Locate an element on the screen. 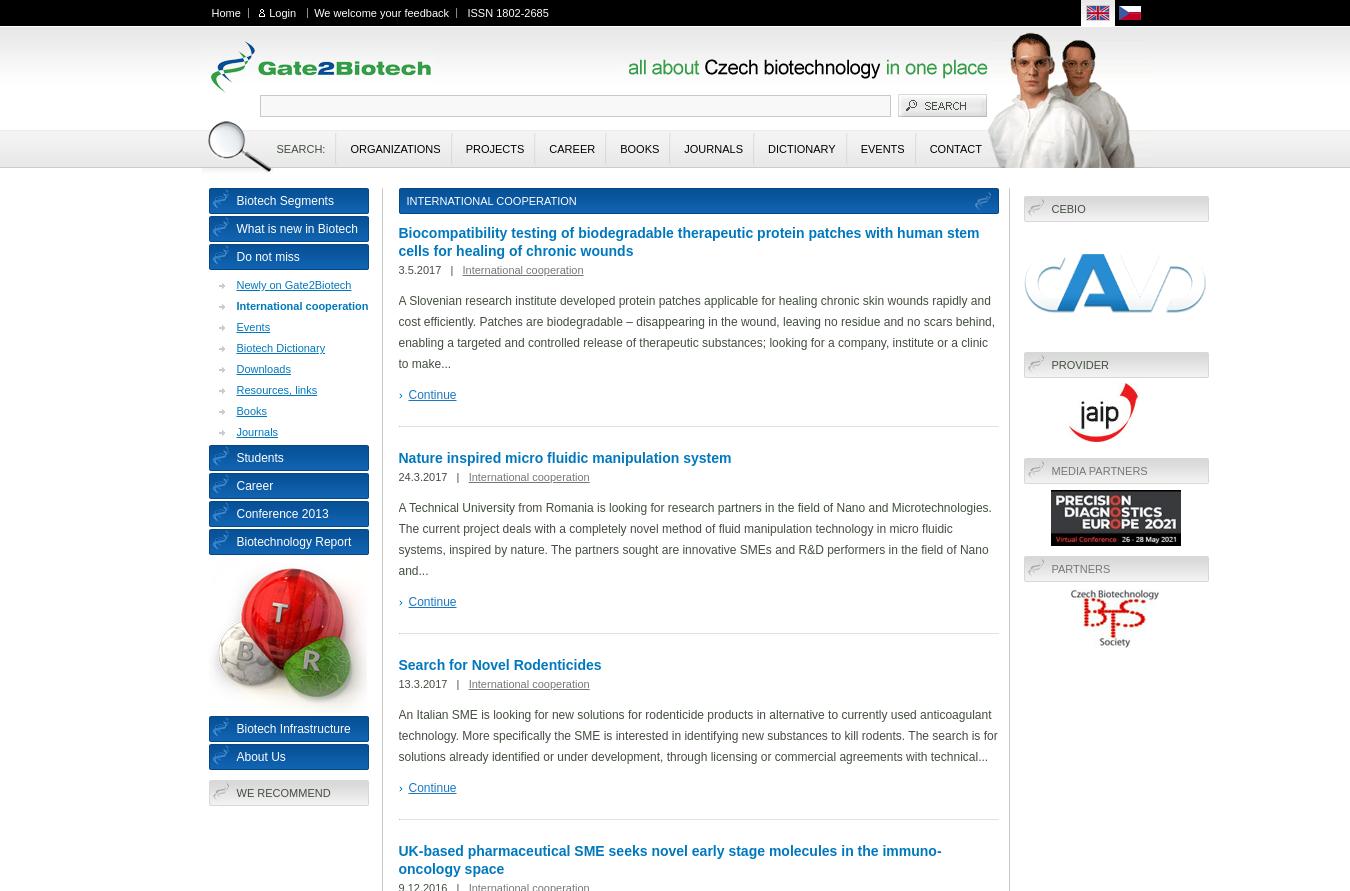 This screenshot has width=1350, height=891. 'Do not miss' is located at coordinates (266, 256).